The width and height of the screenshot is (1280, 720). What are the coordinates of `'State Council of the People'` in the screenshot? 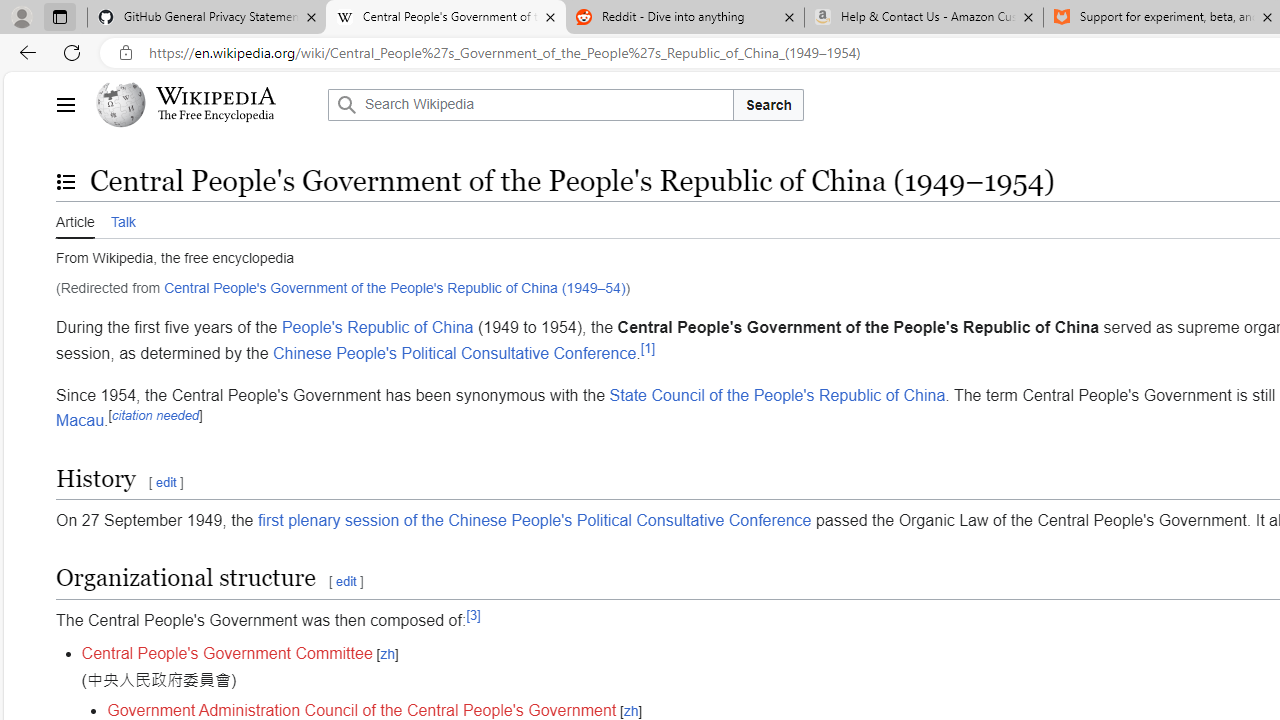 It's located at (776, 394).